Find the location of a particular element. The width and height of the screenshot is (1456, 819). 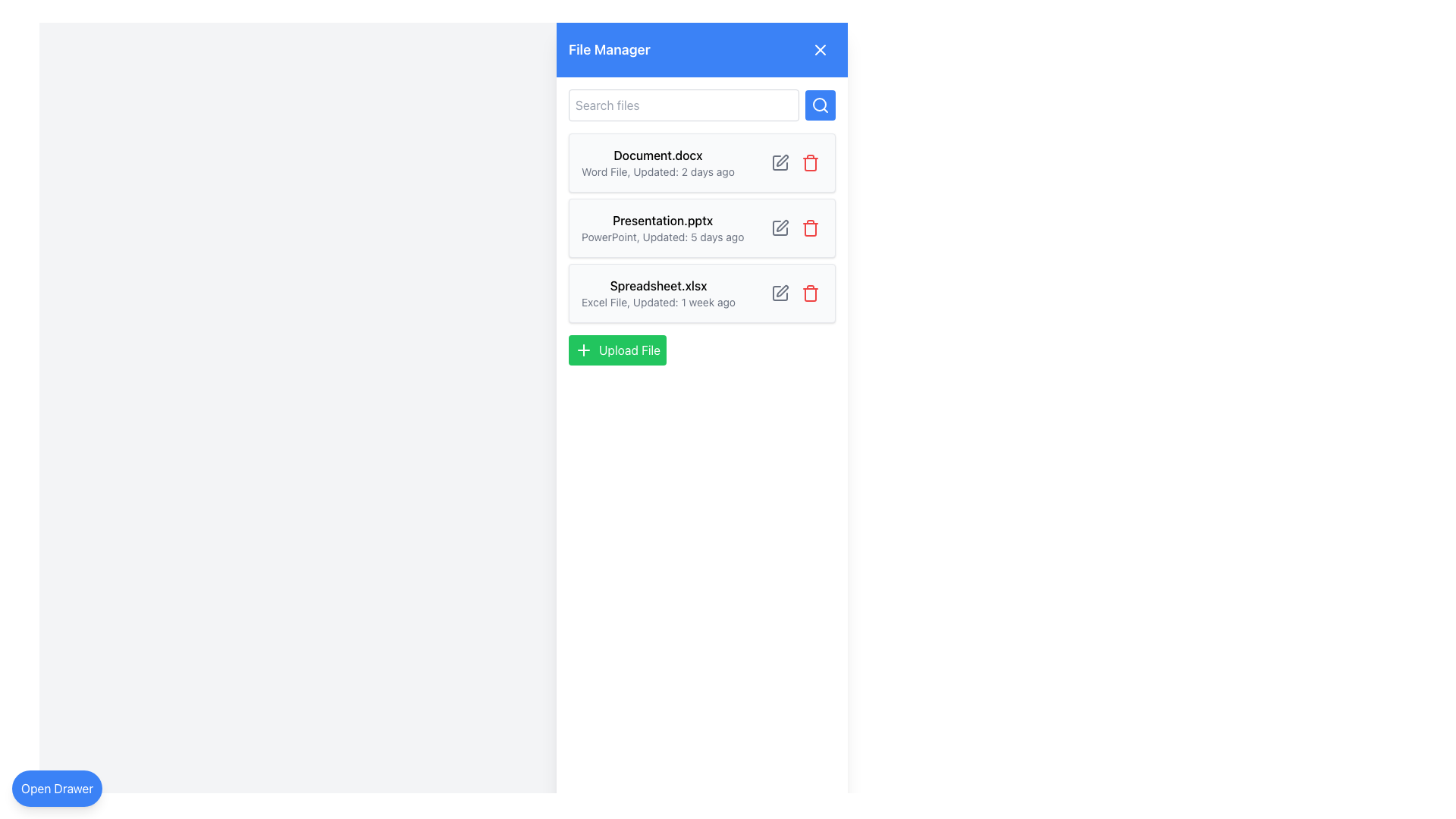

metadata displayed in the text label that indicates the file type ('Word File') and the last update time ('Updated: 2 days ago'), located below the title 'Document.docx' in the File Manager interface is located at coordinates (658, 171).